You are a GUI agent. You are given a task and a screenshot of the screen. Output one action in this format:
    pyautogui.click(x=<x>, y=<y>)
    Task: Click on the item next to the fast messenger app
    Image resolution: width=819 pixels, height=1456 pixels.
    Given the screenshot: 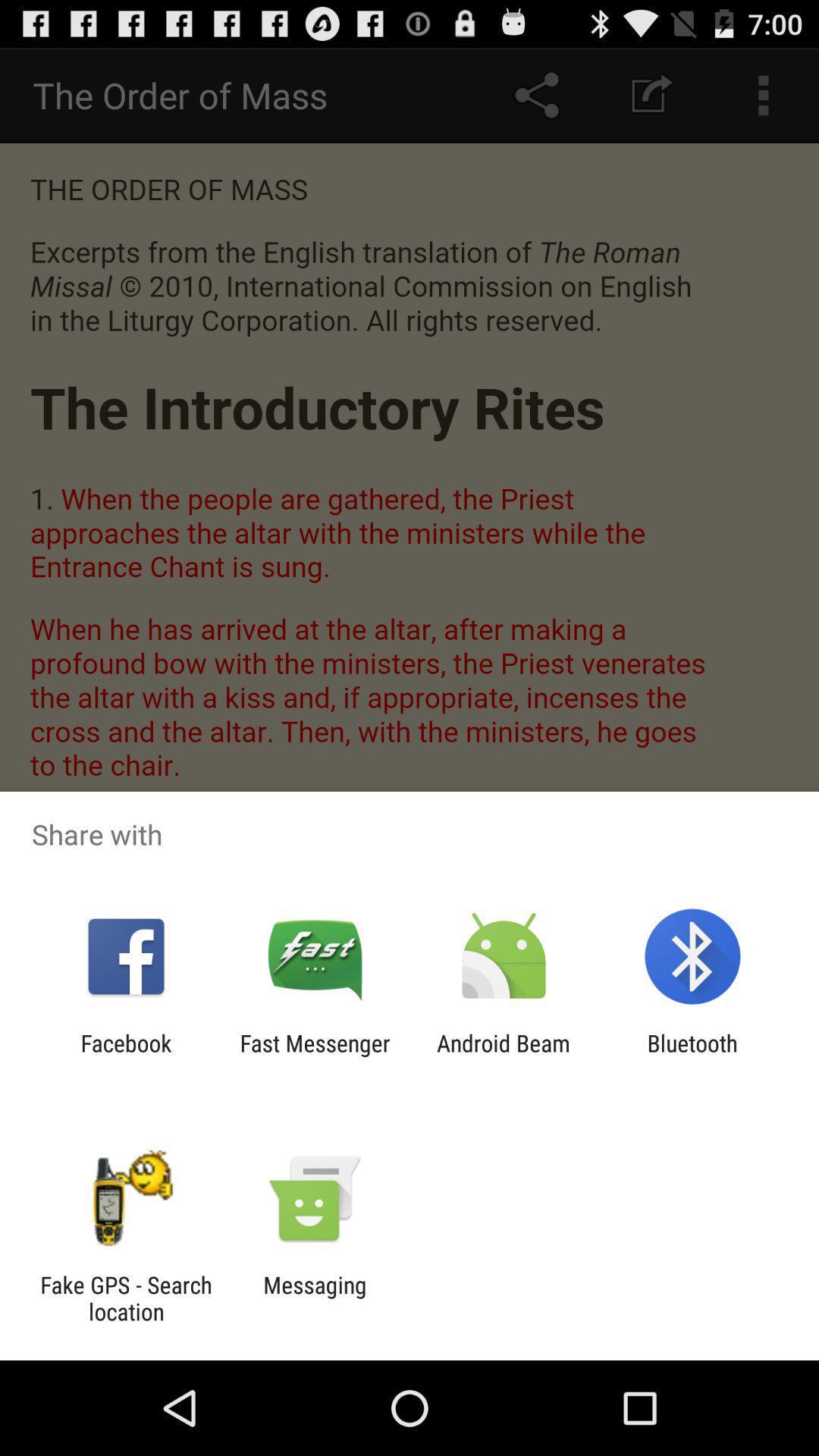 What is the action you would take?
    pyautogui.click(x=125, y=1056)
    